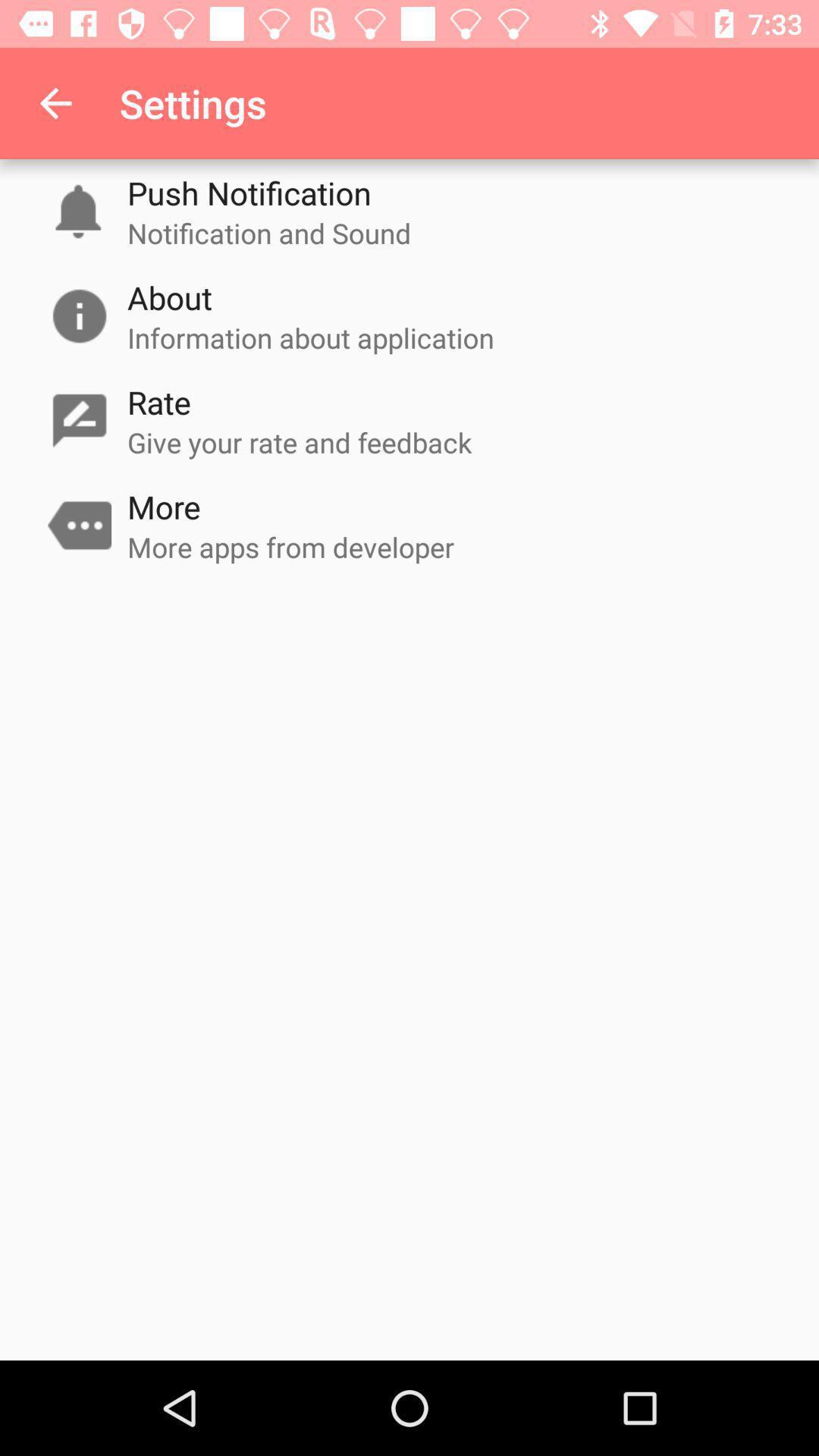 The image size is (819, 1456). What do you see at coordinates (248, 192) in the screenshot?
I see `push notification` at bounding box center [248, 192].